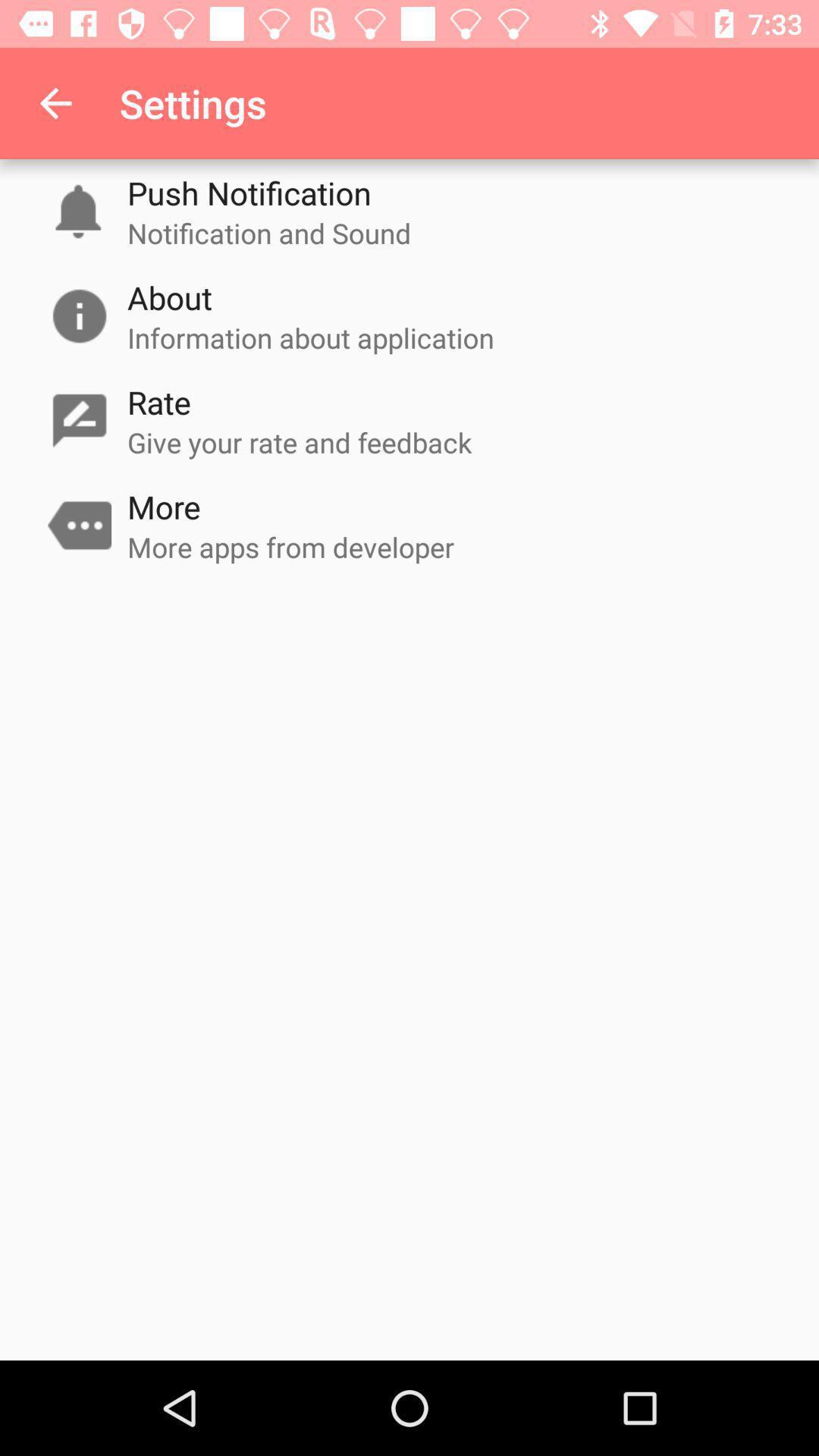 The image size is (819, 1456). What do you see at coordinates (248, 192) in the screenshot?
I see `push notification` at bounding box center [248, 192].